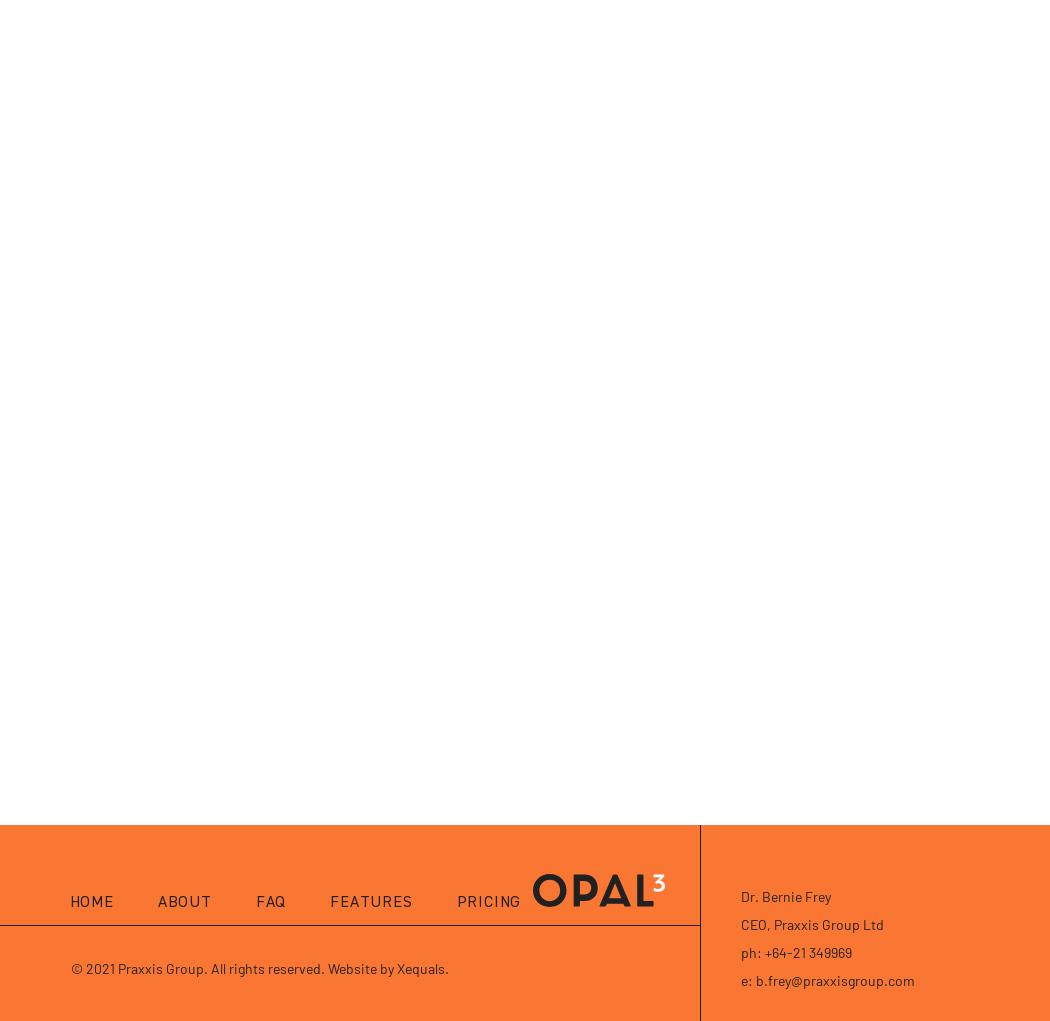 The width and height of the screenshot is (1050, 1021). I want to click on 'Home', so click(67, 900).